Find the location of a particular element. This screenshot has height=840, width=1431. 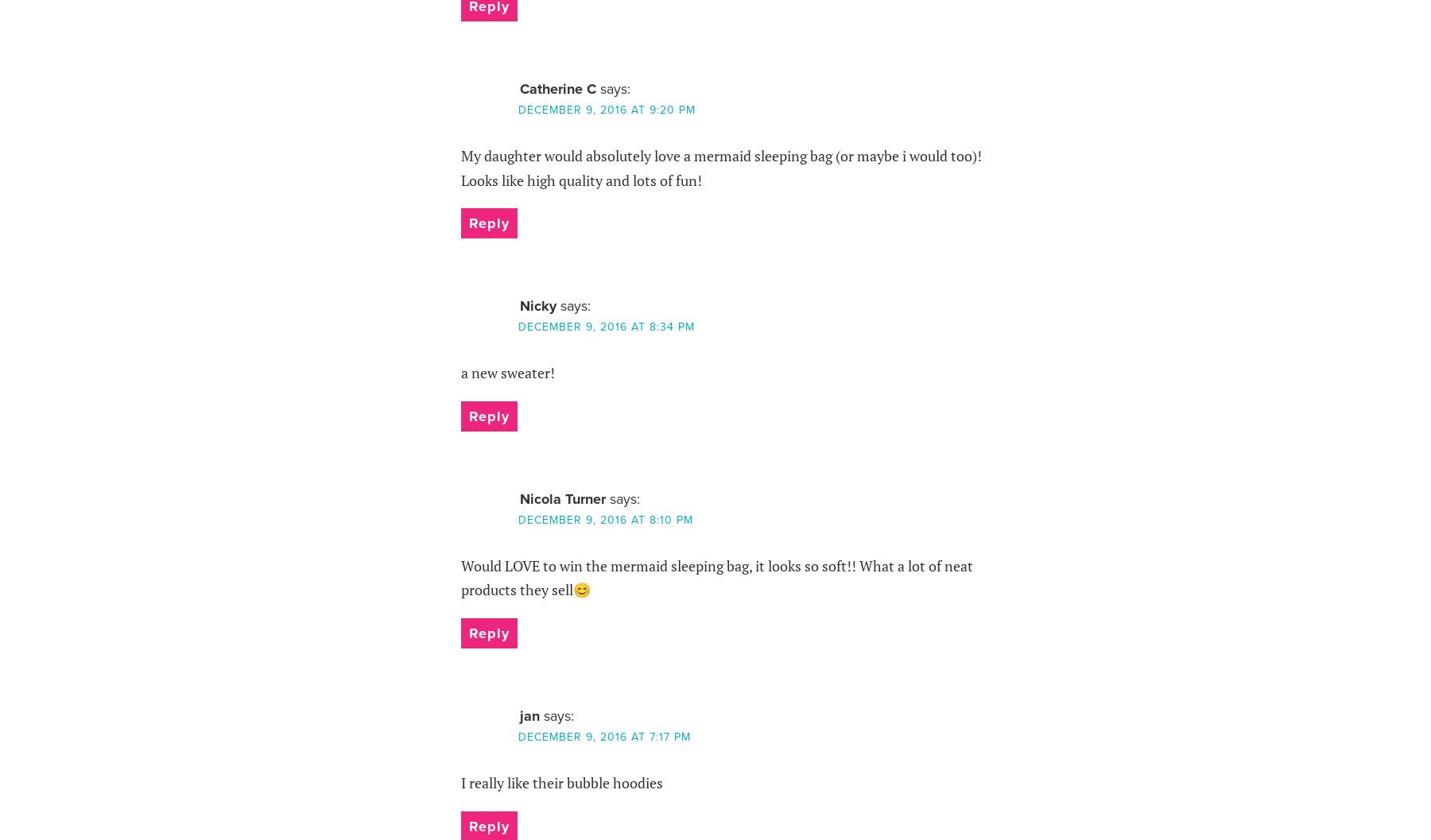

'a new sweater!' is located at coordinates (506, 372).